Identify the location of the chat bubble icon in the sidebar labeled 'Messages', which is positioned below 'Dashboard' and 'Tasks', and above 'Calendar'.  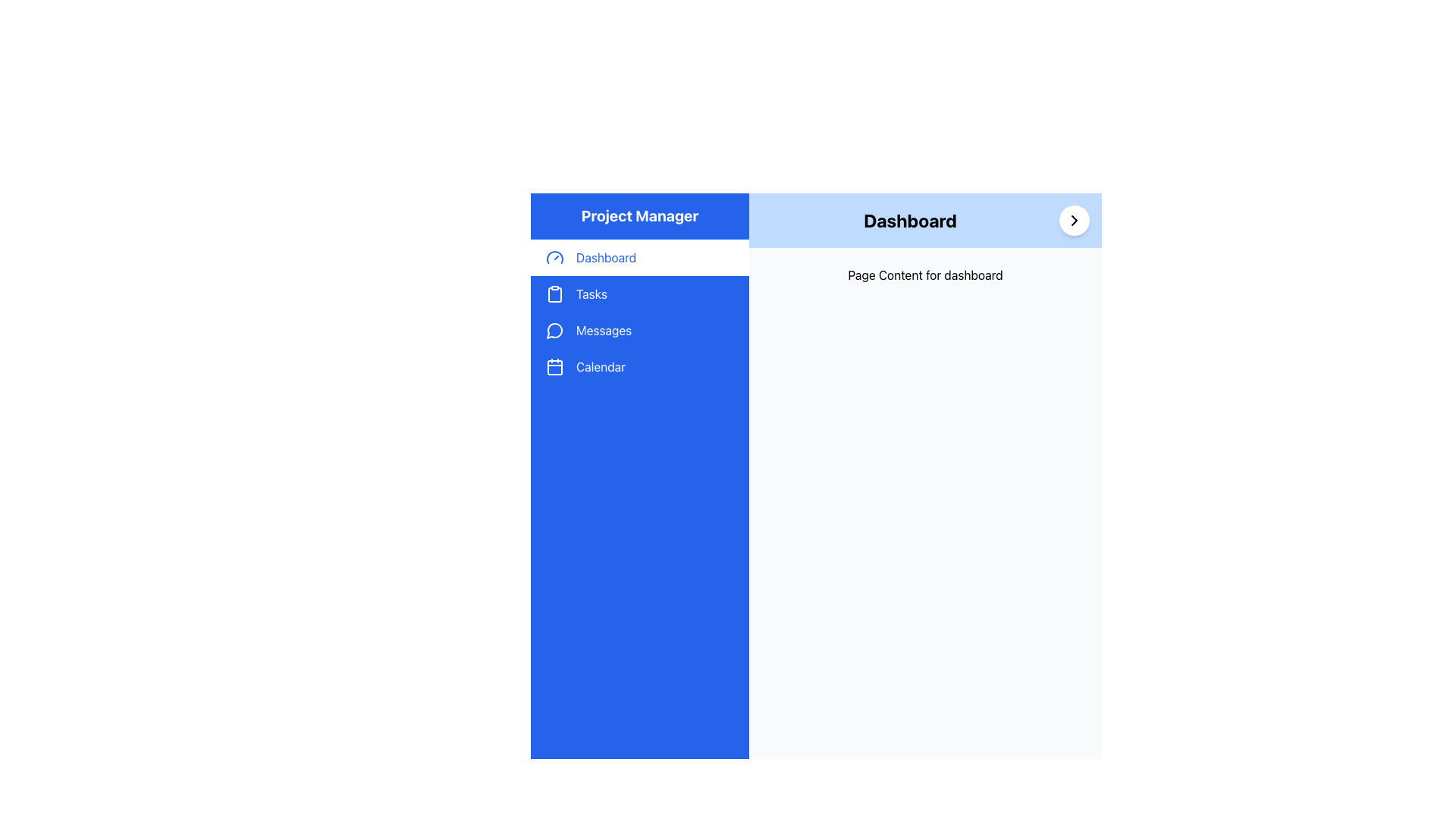
(554, 330).